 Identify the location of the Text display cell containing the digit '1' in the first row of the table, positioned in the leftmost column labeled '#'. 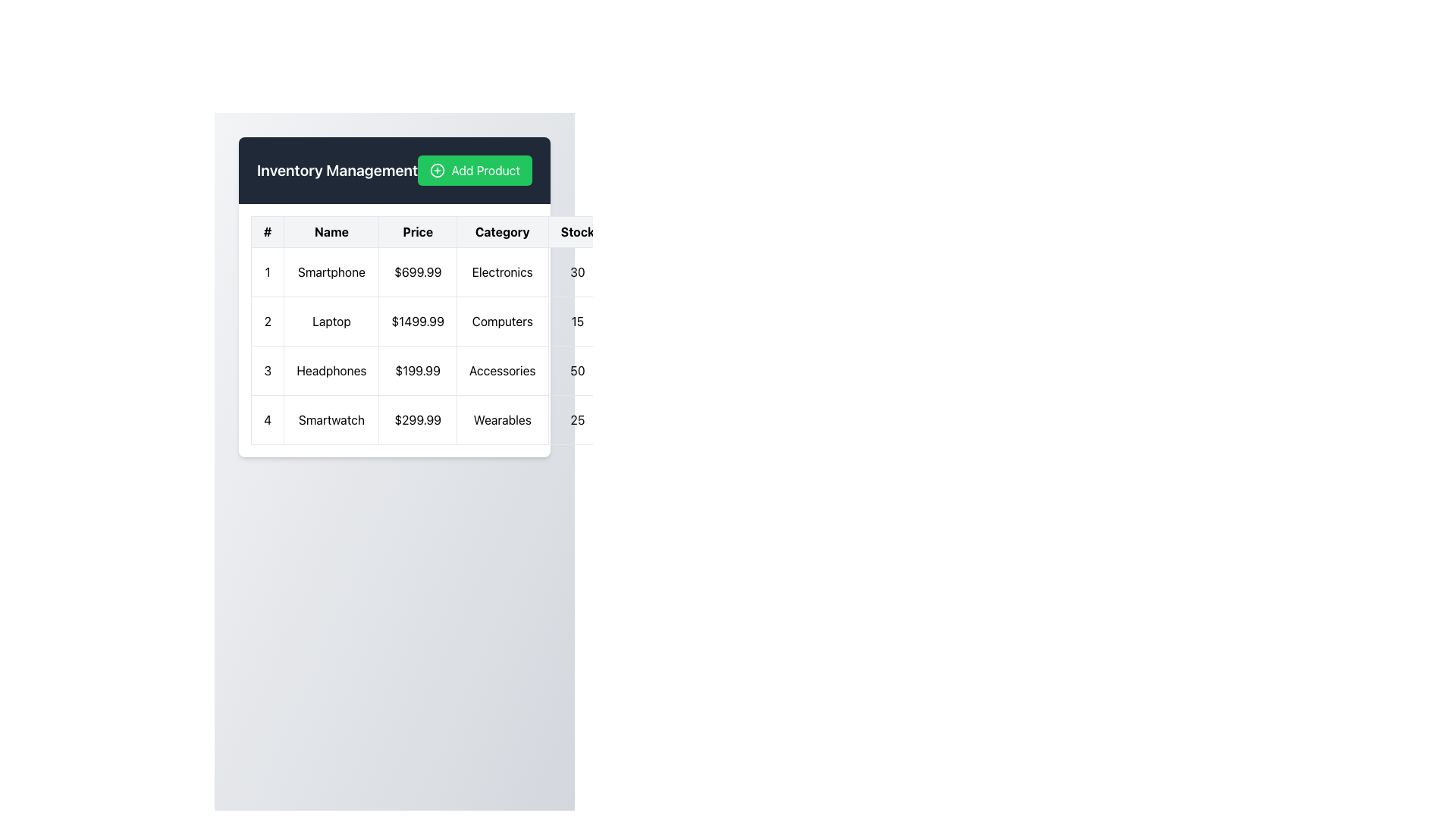
(268, 271).